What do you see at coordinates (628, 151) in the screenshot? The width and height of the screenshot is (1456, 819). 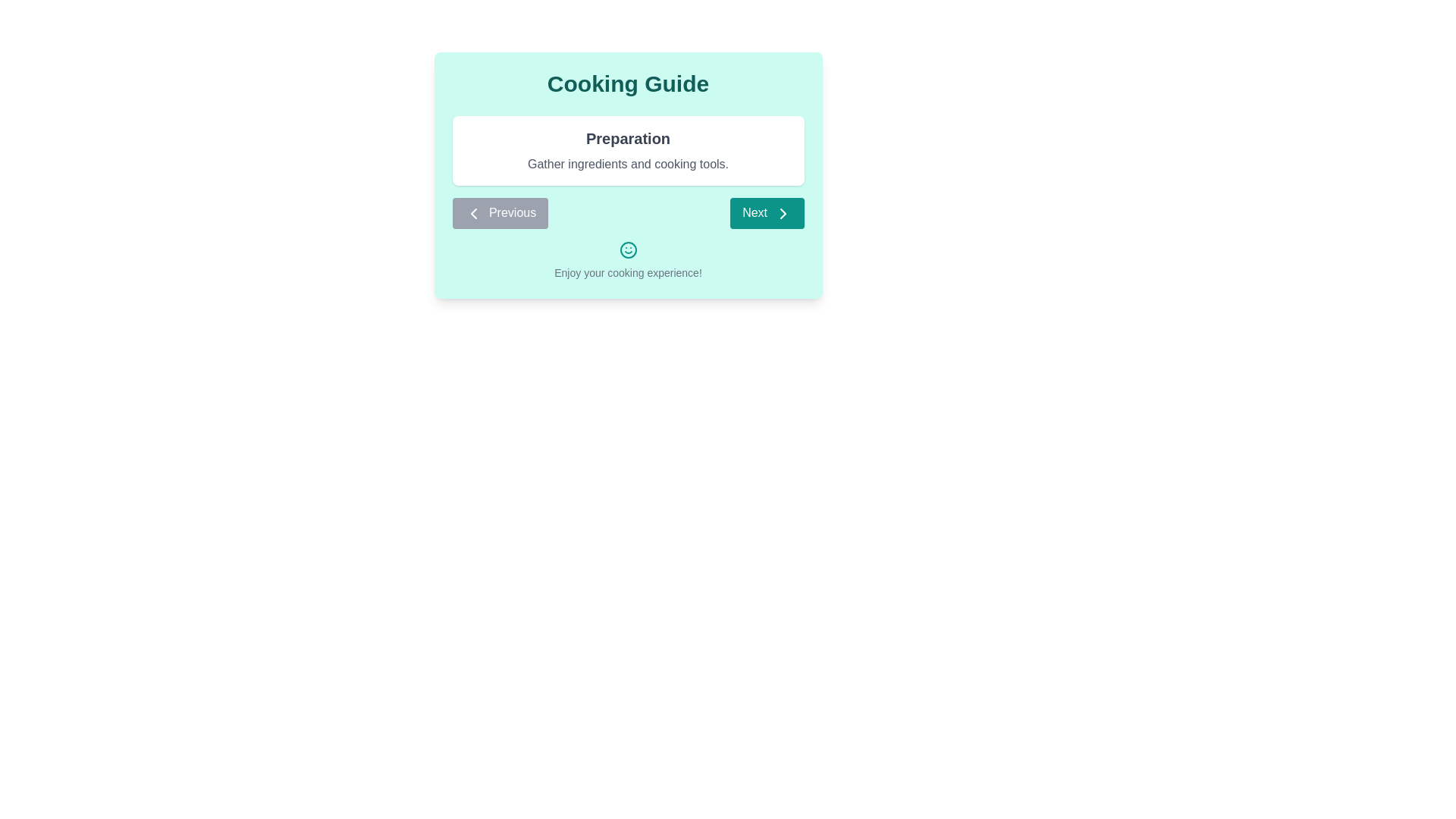 I see `text content of the informational section titled 'Preparation' with subtitle 'Gather ingredients and cooking tools.'` at bounding box center [628, 151].